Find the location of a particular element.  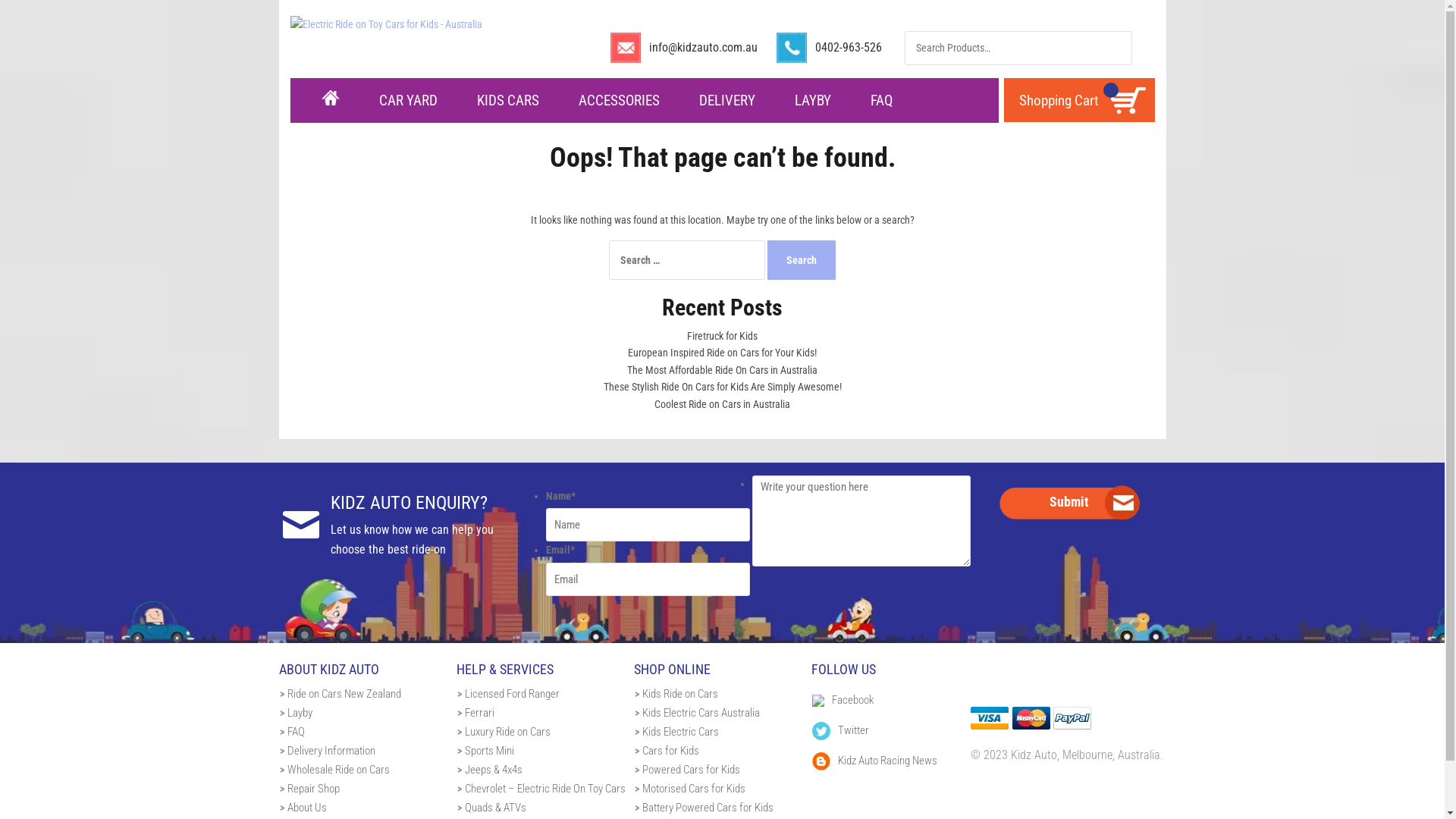

'KIDS CARS' is located at coordinates (507, 101).